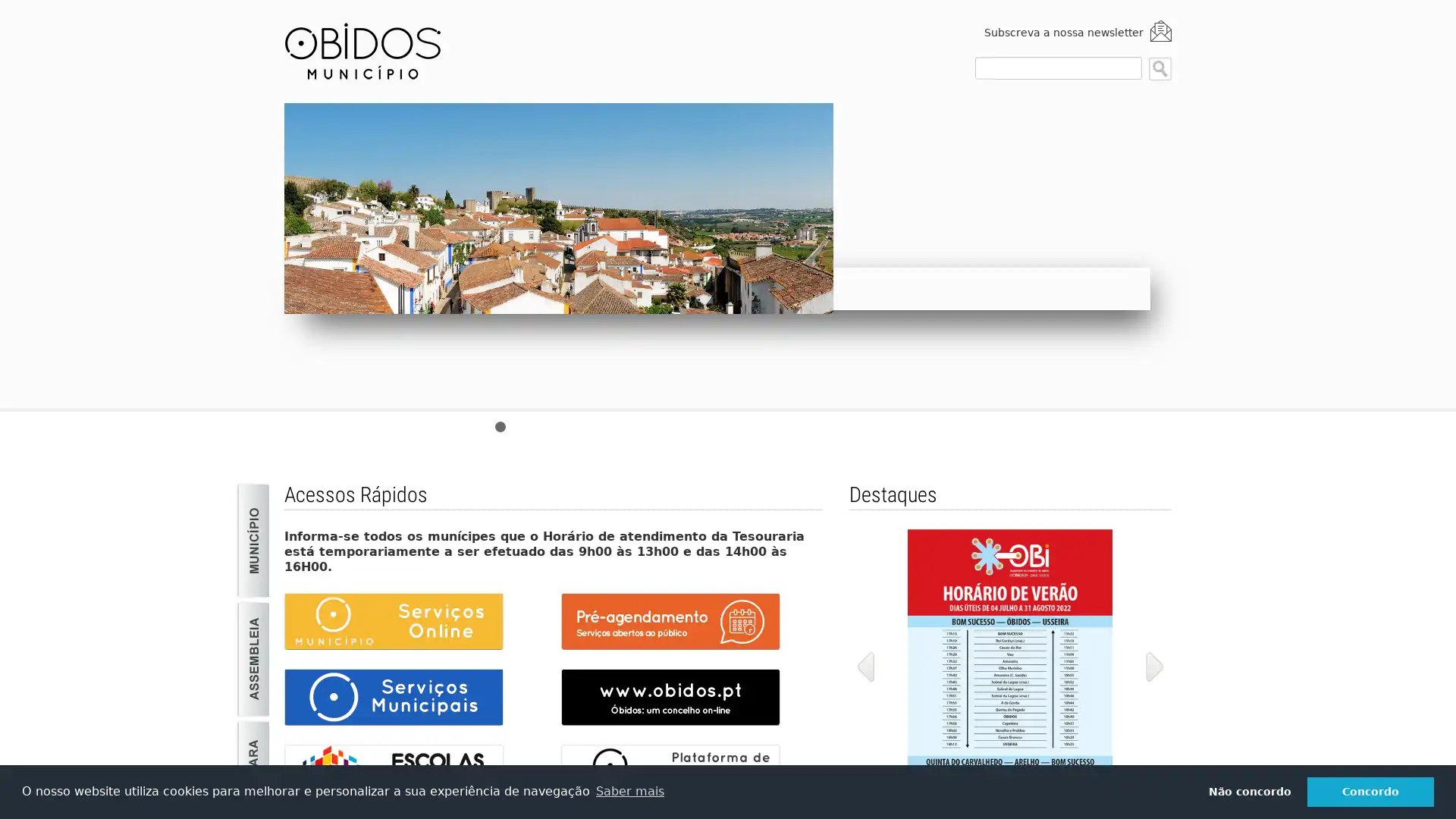 The height and width of the screenshot is (819, 1456). What do you see at coordinates (1370, 791) in the screenshot?
I see `allow cookies` at bounding box center [1370, 791].